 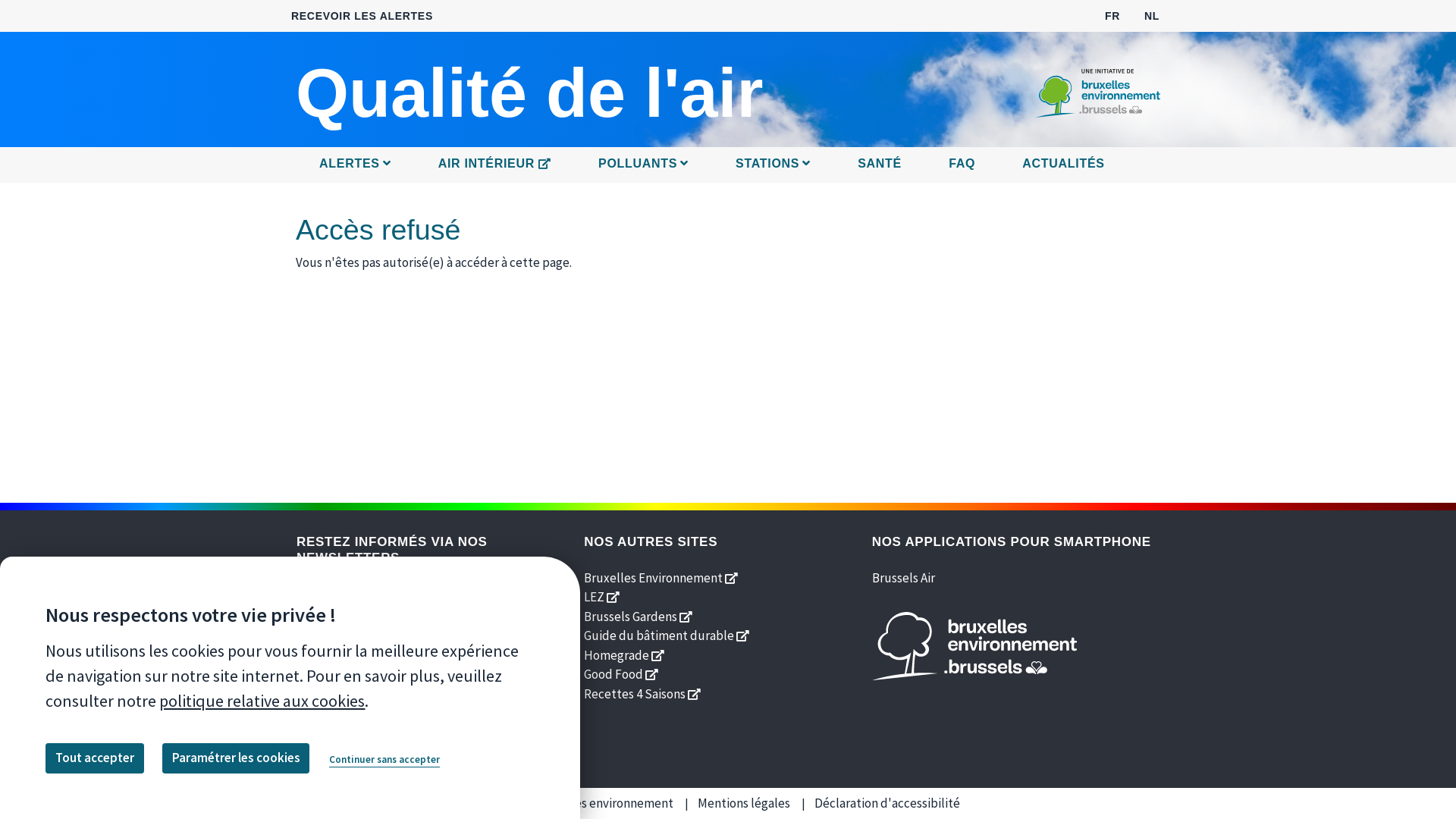 I want to click on 'FR', so click(x=1112, y=14).